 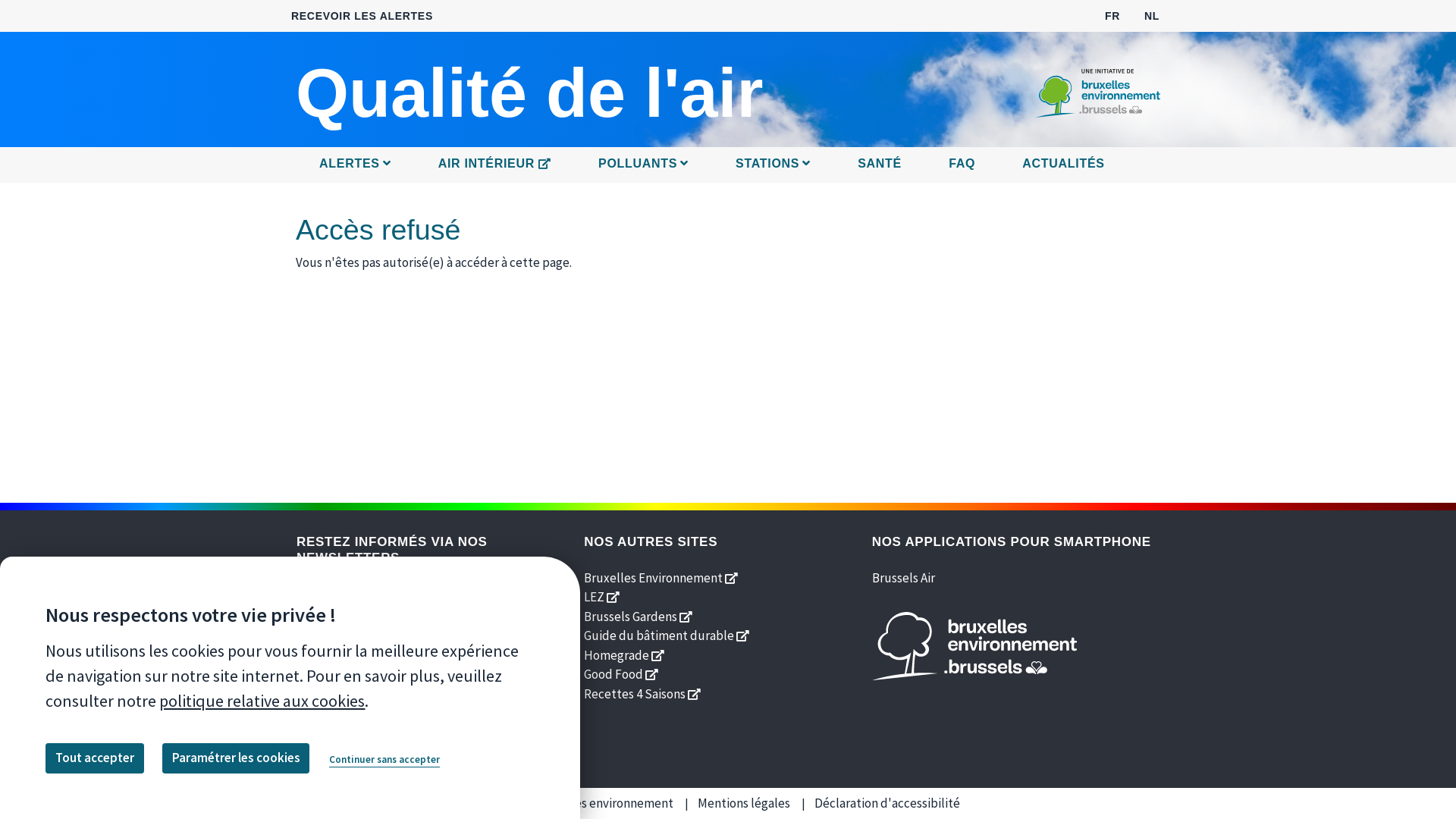 I want to click on 'FR', so click(x=1112, y=14).